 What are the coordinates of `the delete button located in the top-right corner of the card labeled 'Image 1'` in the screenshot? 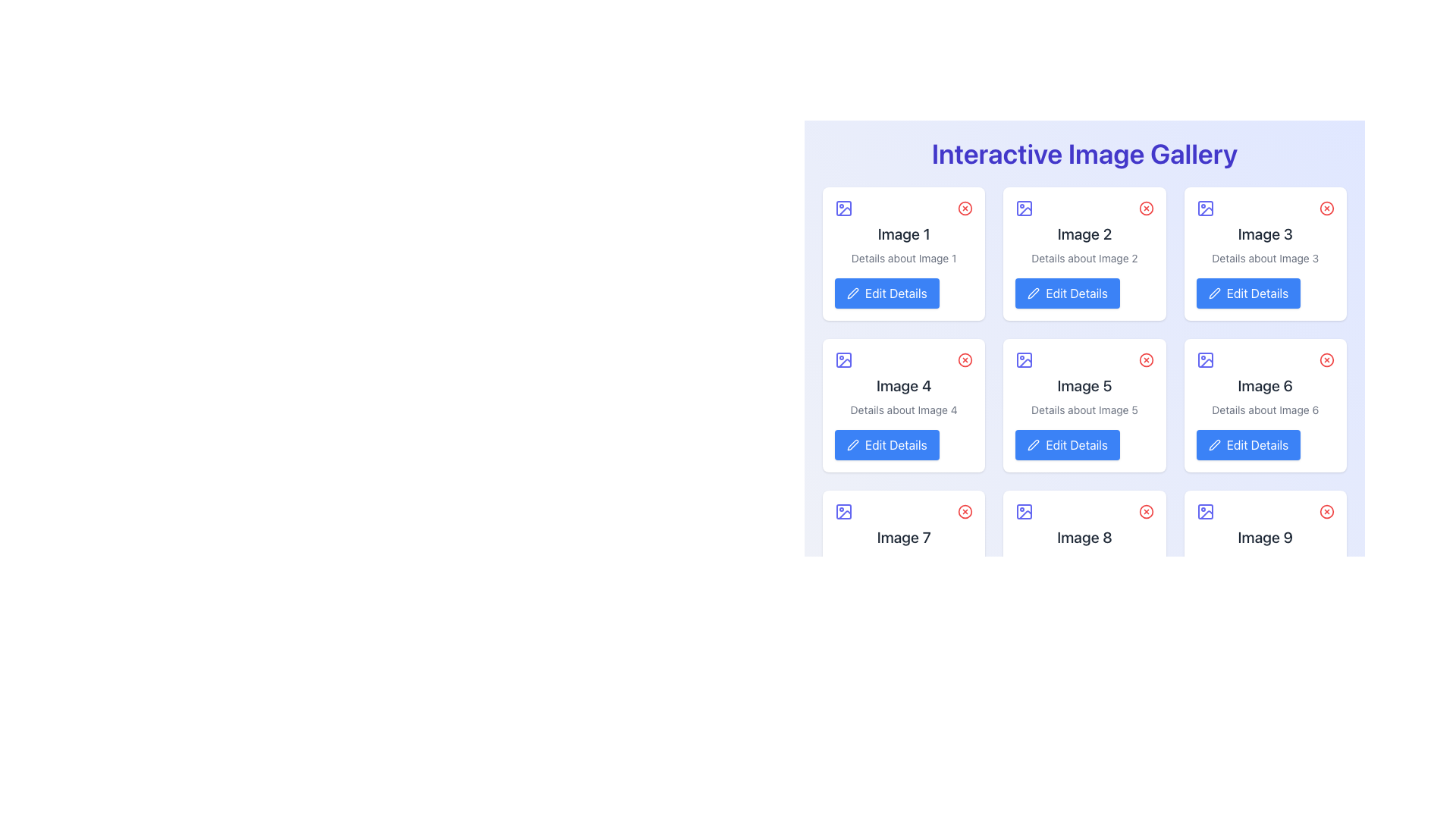 It's located at (965, 208).